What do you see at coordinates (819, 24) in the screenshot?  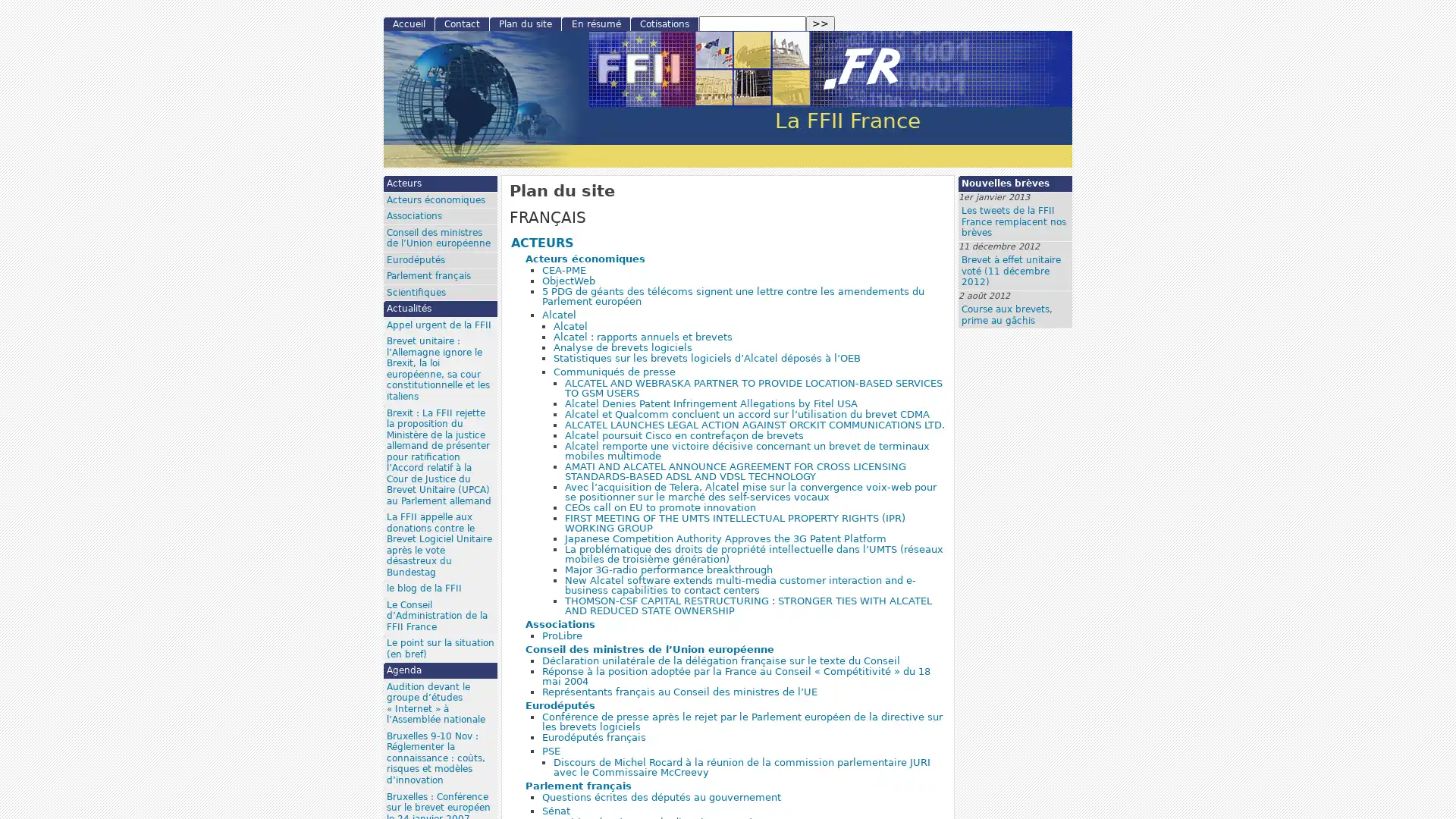 I see `>>` at bounding box center [819, 24].